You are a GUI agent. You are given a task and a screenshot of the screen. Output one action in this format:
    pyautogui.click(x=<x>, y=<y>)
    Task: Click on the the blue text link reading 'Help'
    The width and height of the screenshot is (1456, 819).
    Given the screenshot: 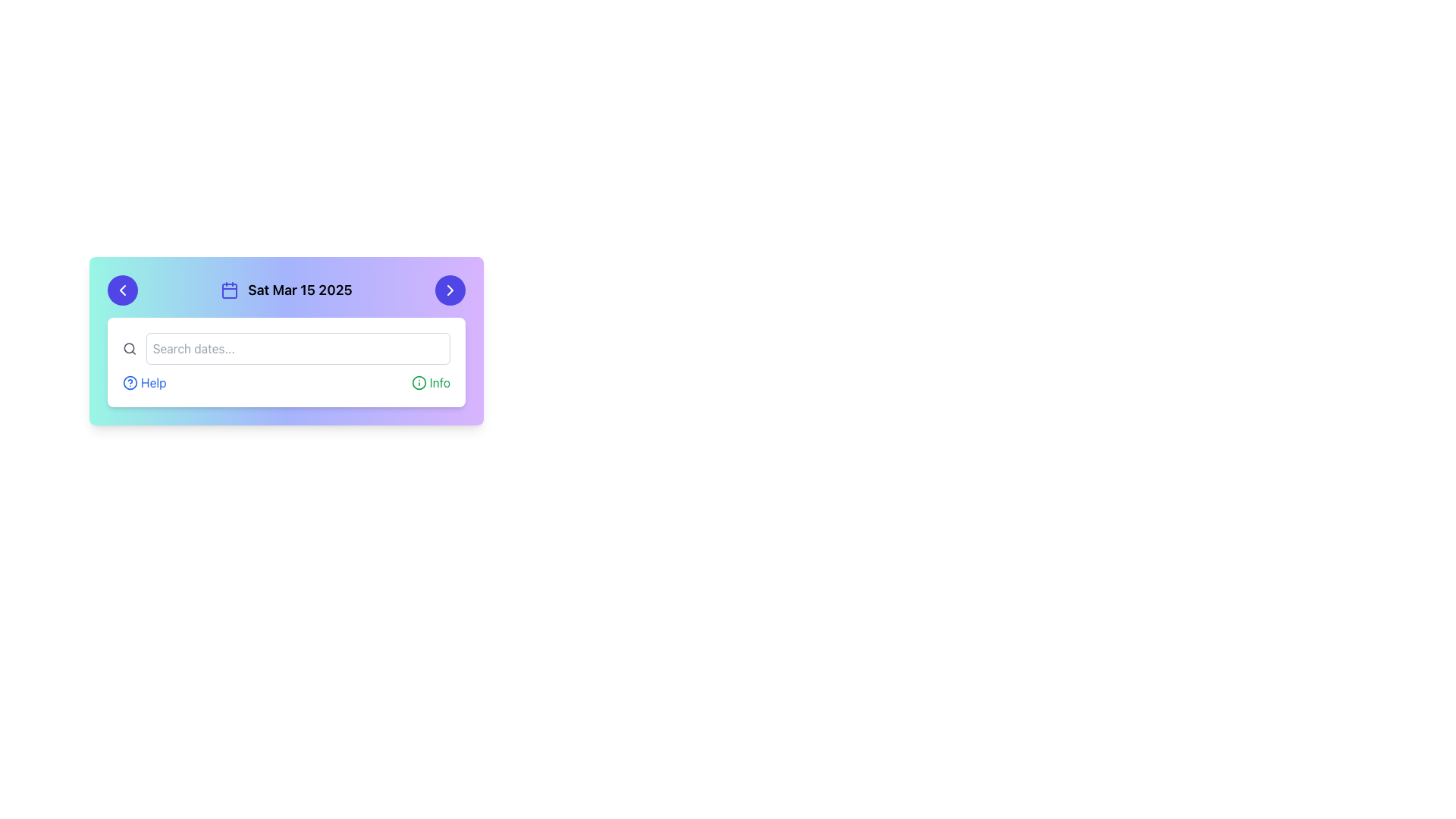 What is the action you would take?
    pyautogui.click(x=153, y=382)
    